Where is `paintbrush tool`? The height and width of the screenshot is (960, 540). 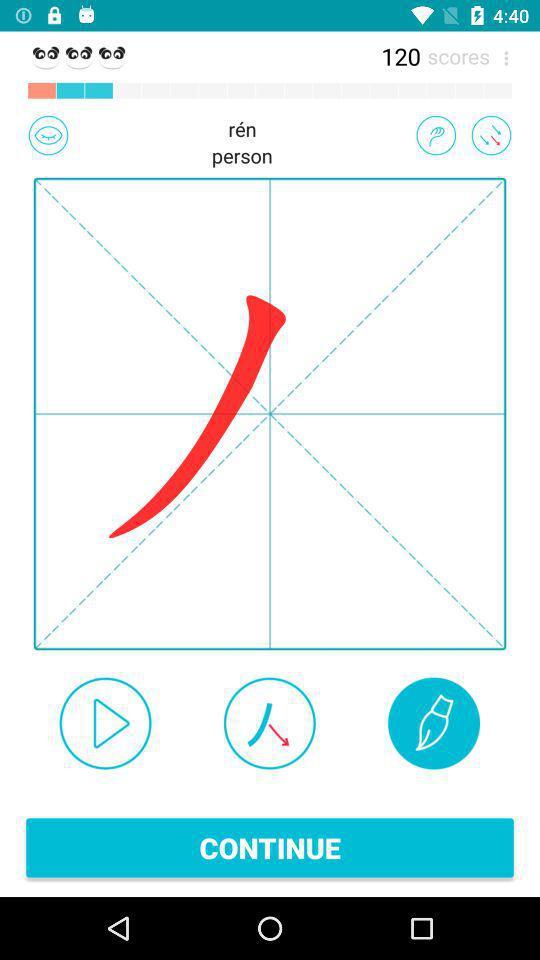 paintbrush tool is located at coordinates (433, 722).